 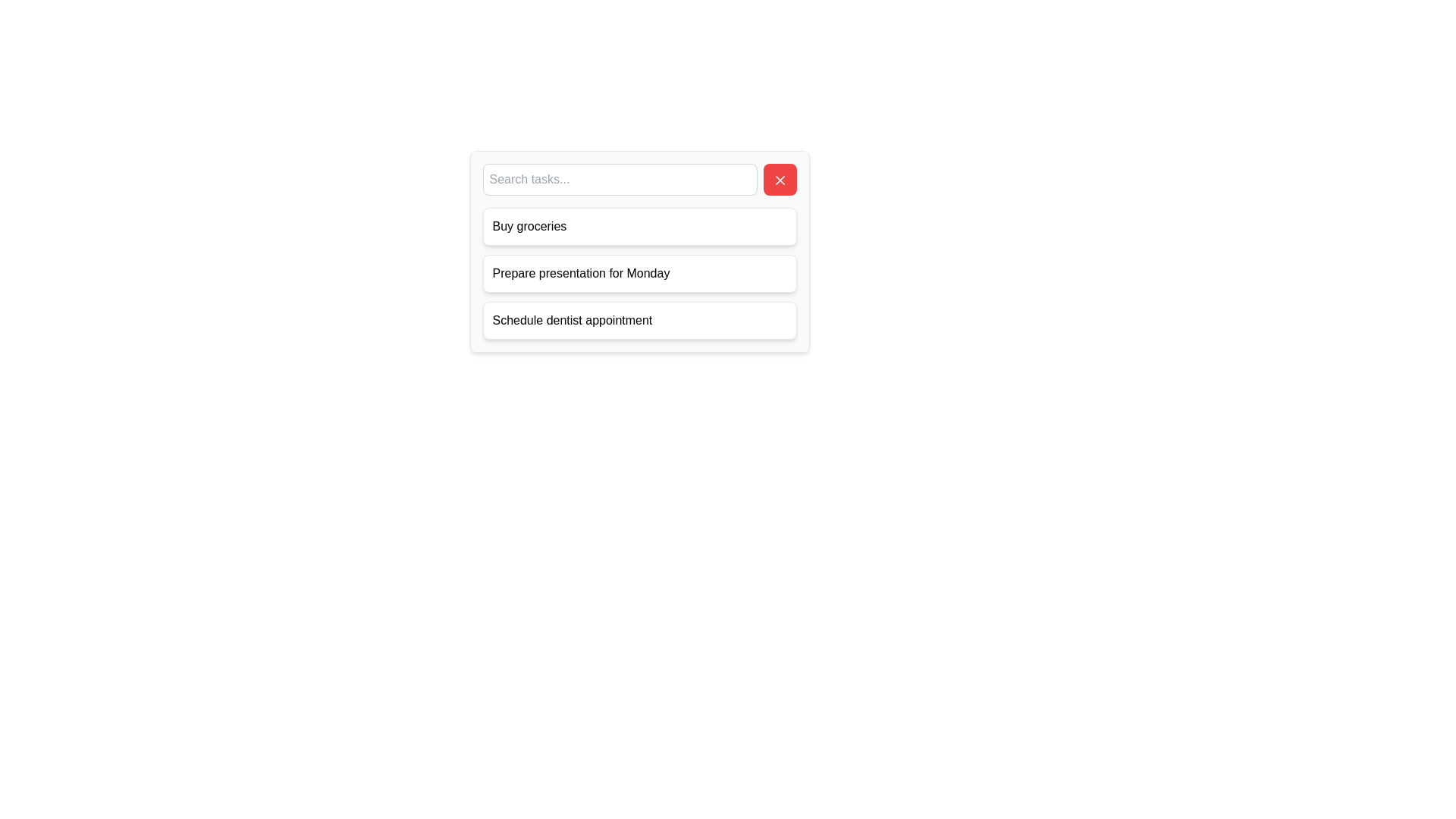 I want to click on the close button icon resembling an 'X' with a red background to observe the tooltip, if present, so click(x=780, y=179).